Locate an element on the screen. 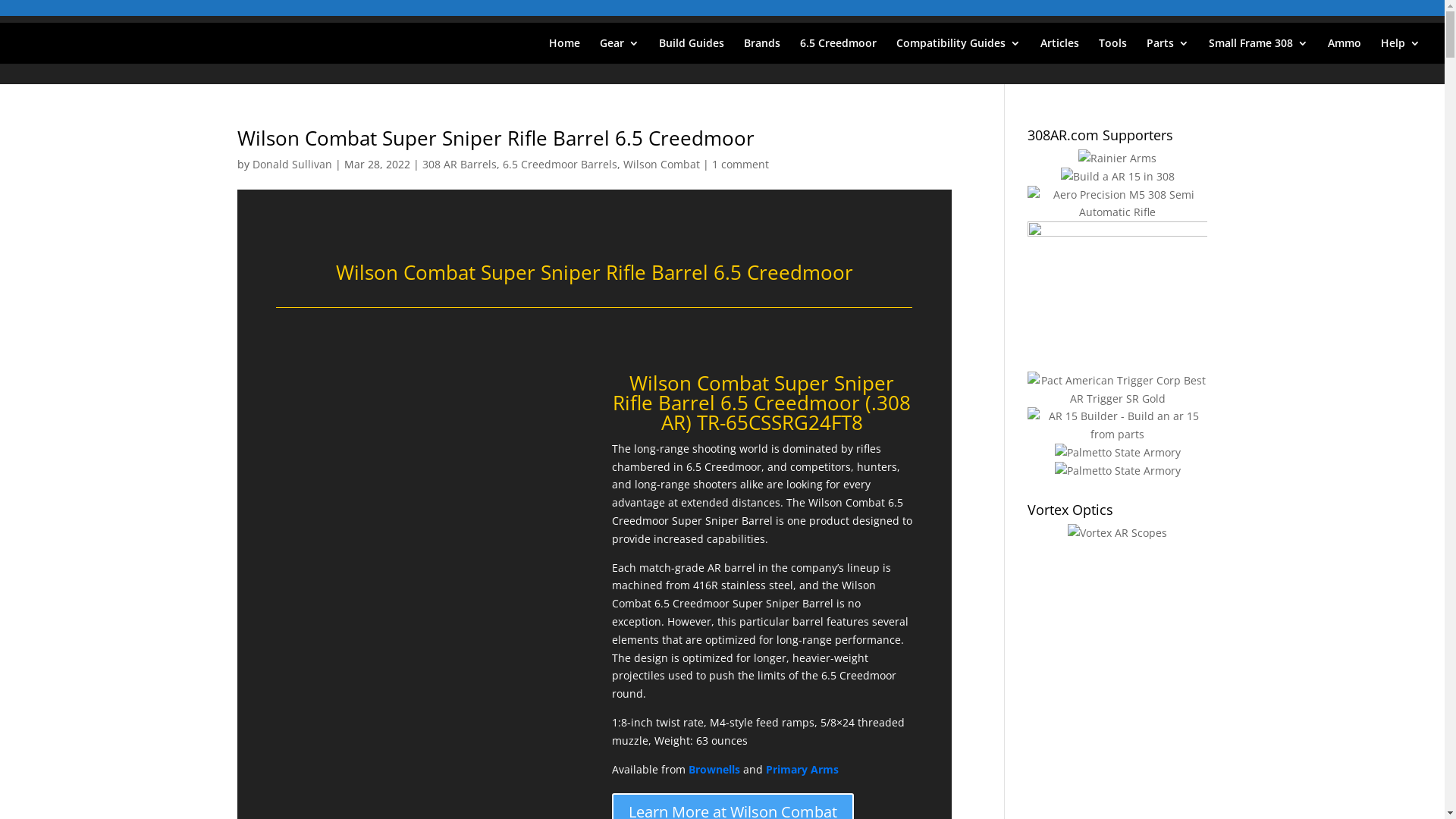 This screenshot has height=819, width=1456. 'Help' is located at coordinates (1400, 49).